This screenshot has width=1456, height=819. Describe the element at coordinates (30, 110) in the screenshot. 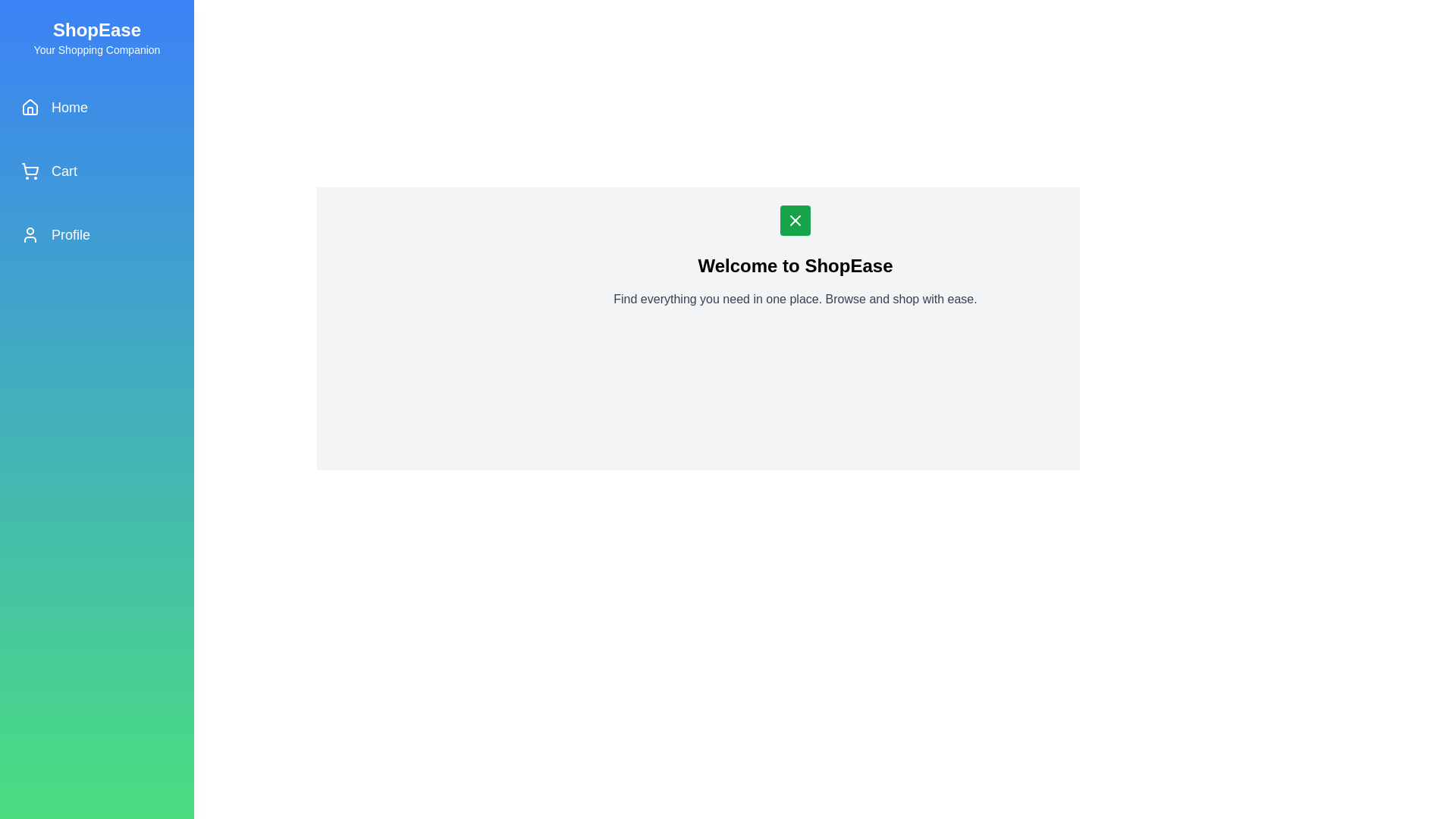

I see `the Home icon located in the left sidebar of the application` at that location.